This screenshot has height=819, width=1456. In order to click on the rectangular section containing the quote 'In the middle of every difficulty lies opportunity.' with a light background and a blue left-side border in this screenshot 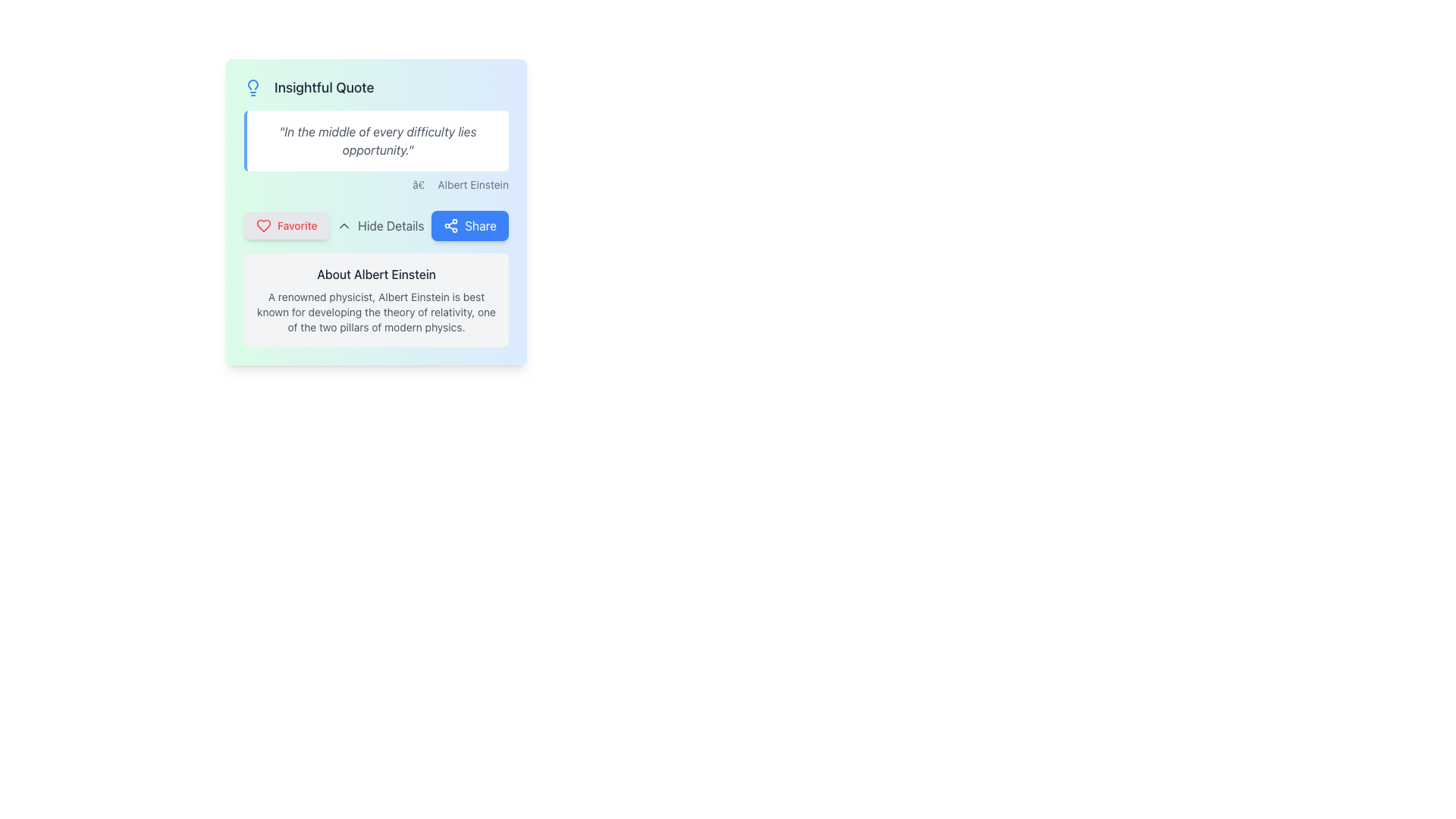, I will do `click(376, 140)`.